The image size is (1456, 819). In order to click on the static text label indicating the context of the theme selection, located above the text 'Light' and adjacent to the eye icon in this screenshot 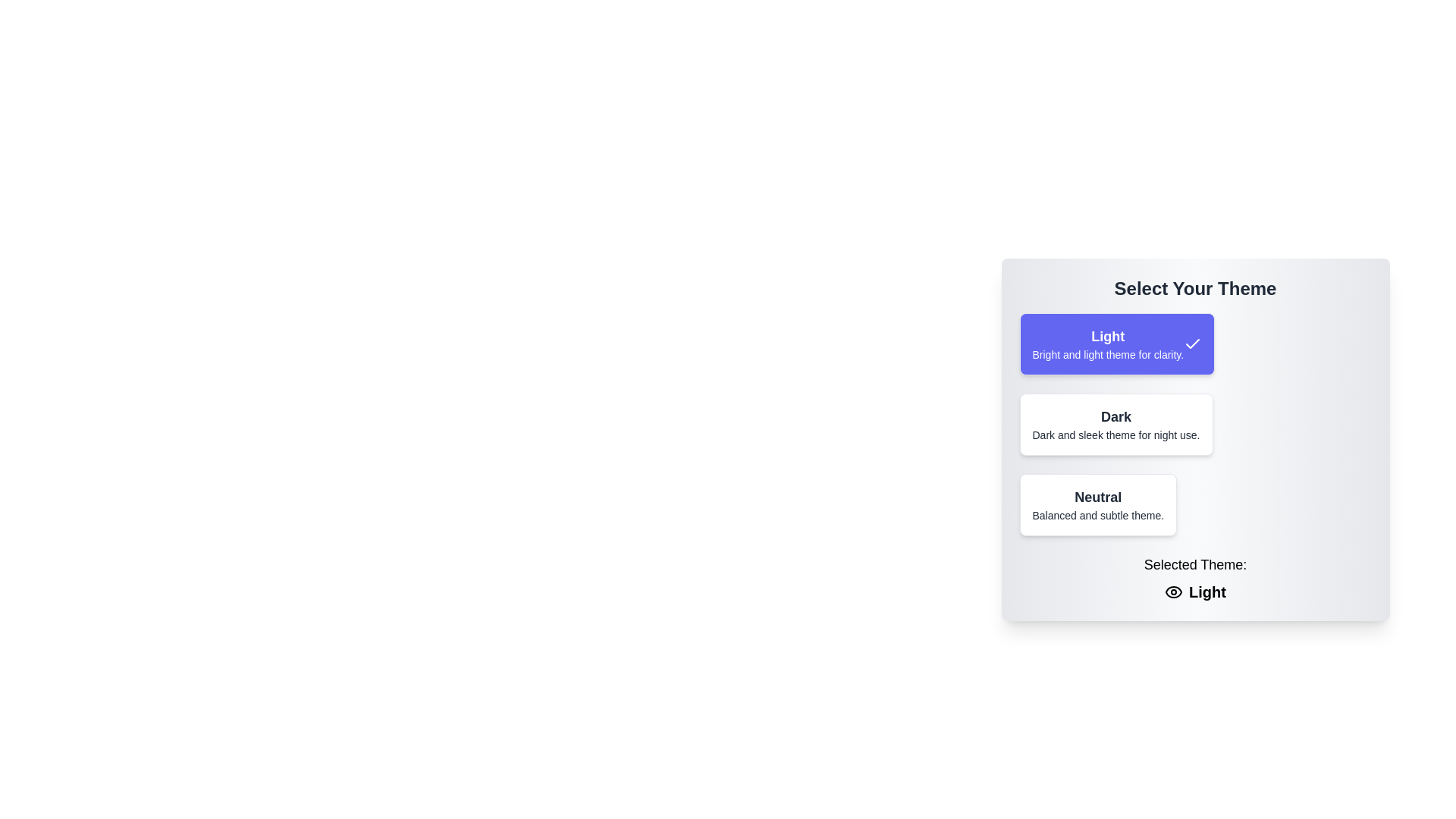, I will do `click(1194, 564)`.